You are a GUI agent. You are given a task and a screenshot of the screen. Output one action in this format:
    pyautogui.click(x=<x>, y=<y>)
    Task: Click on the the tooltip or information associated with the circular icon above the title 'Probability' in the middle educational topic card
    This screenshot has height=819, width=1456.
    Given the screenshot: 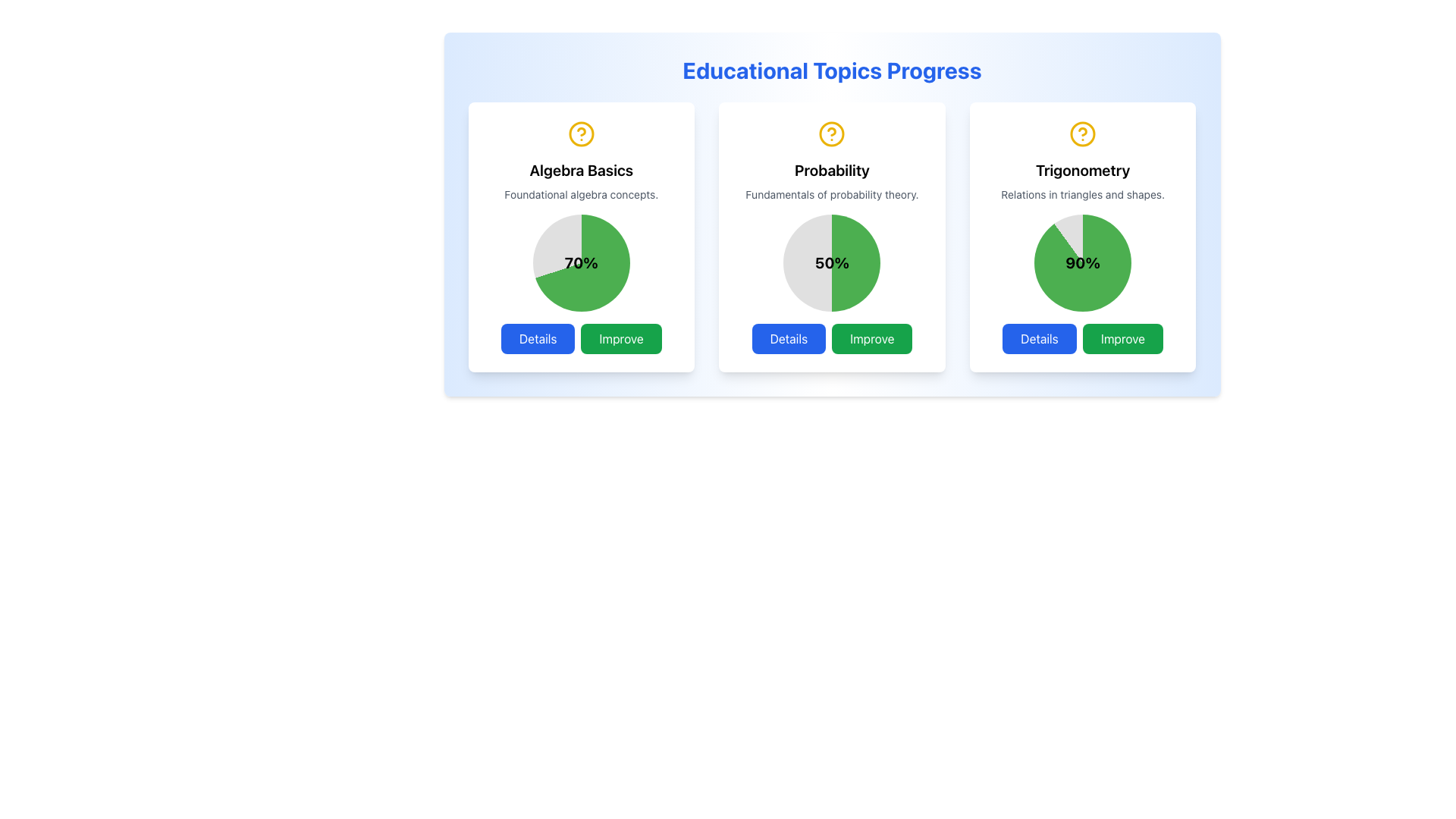 What is the action you would take?
    pyautogui.click(x=831, y=130)
    